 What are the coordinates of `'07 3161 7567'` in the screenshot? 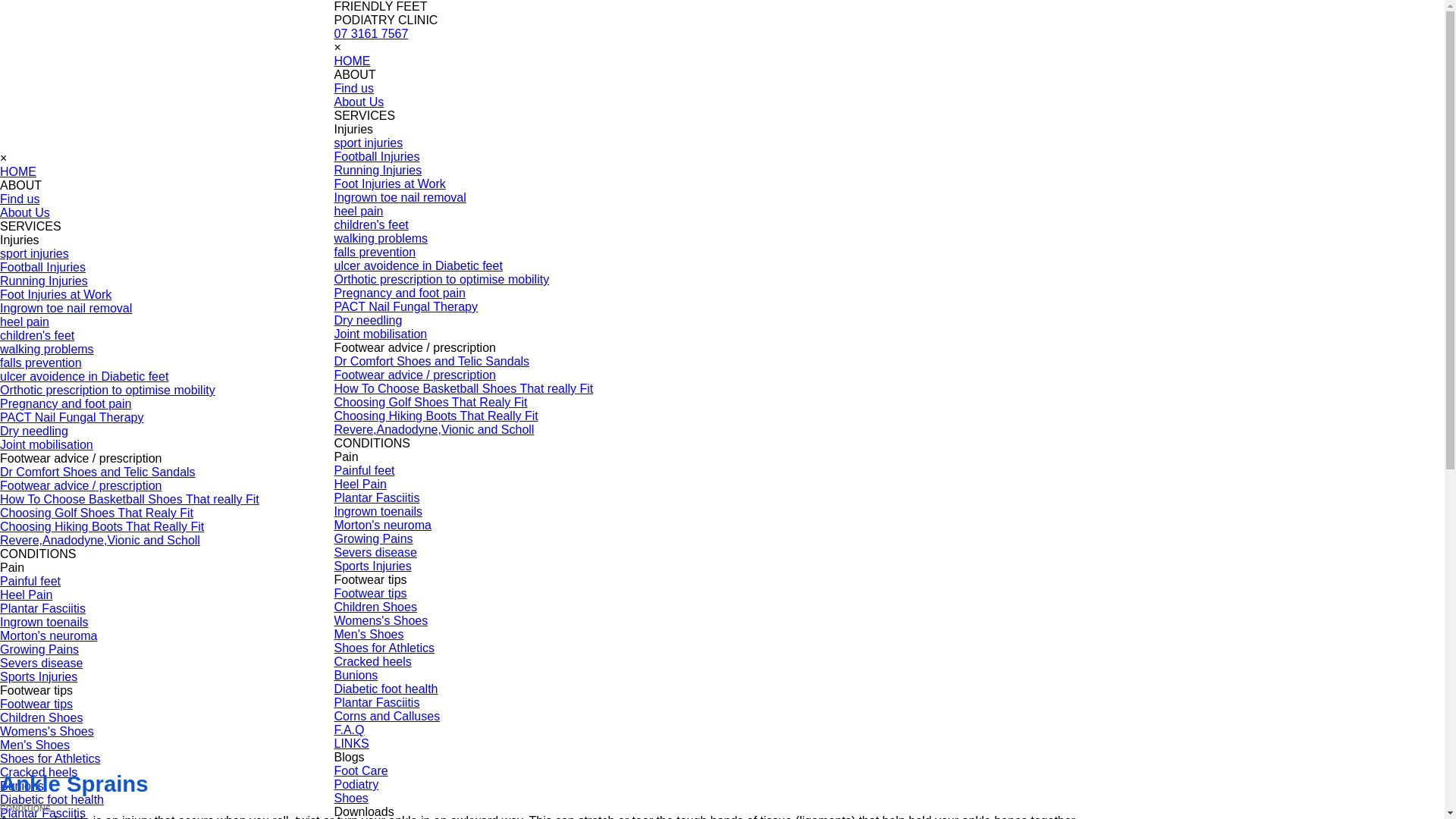 It's located at (371, 33).